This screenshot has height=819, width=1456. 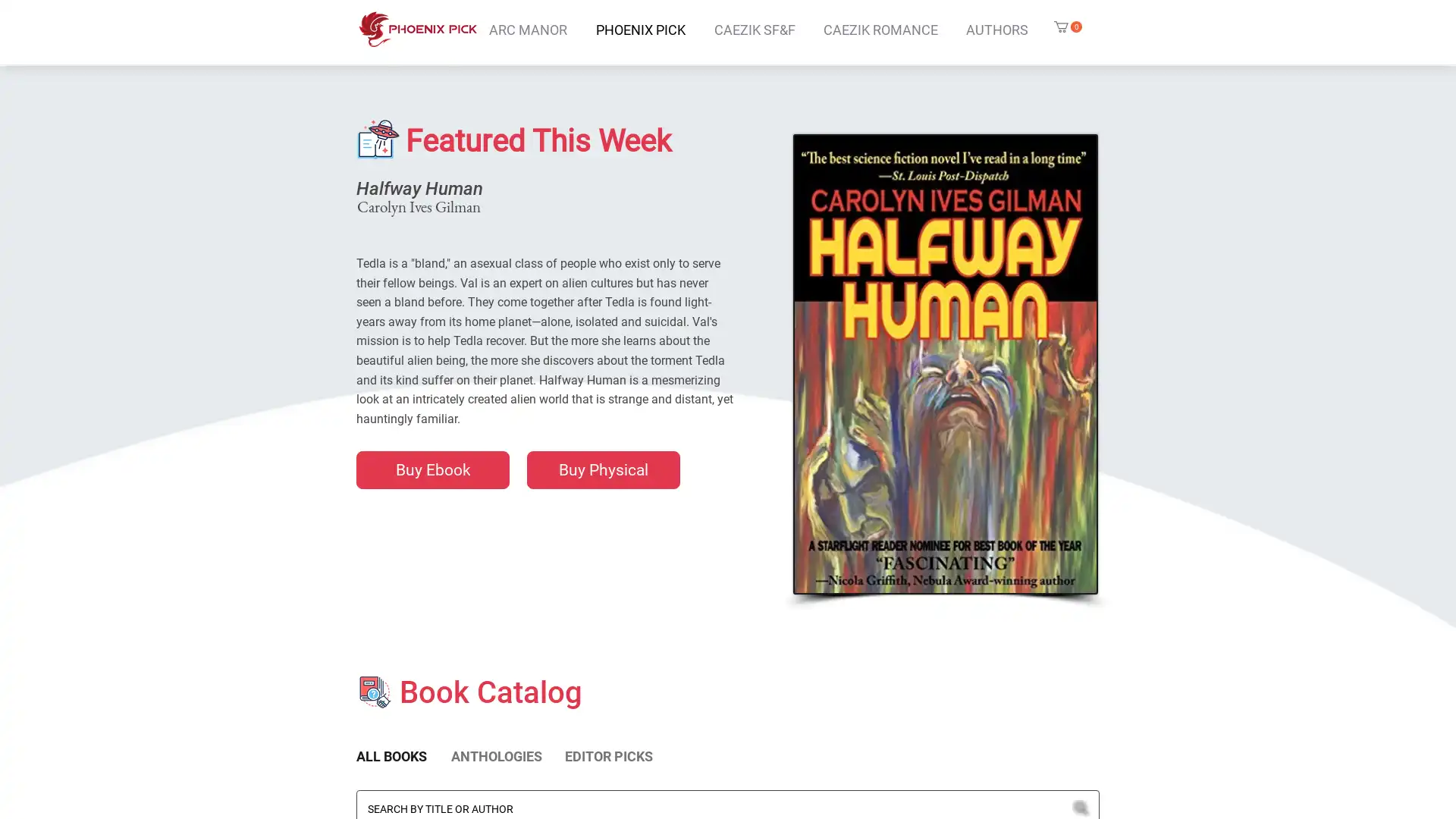 What do you see at coordinates (403, 757) in the screenshot?
I see `ALL BOOKS` at bounding box center [403, 757].